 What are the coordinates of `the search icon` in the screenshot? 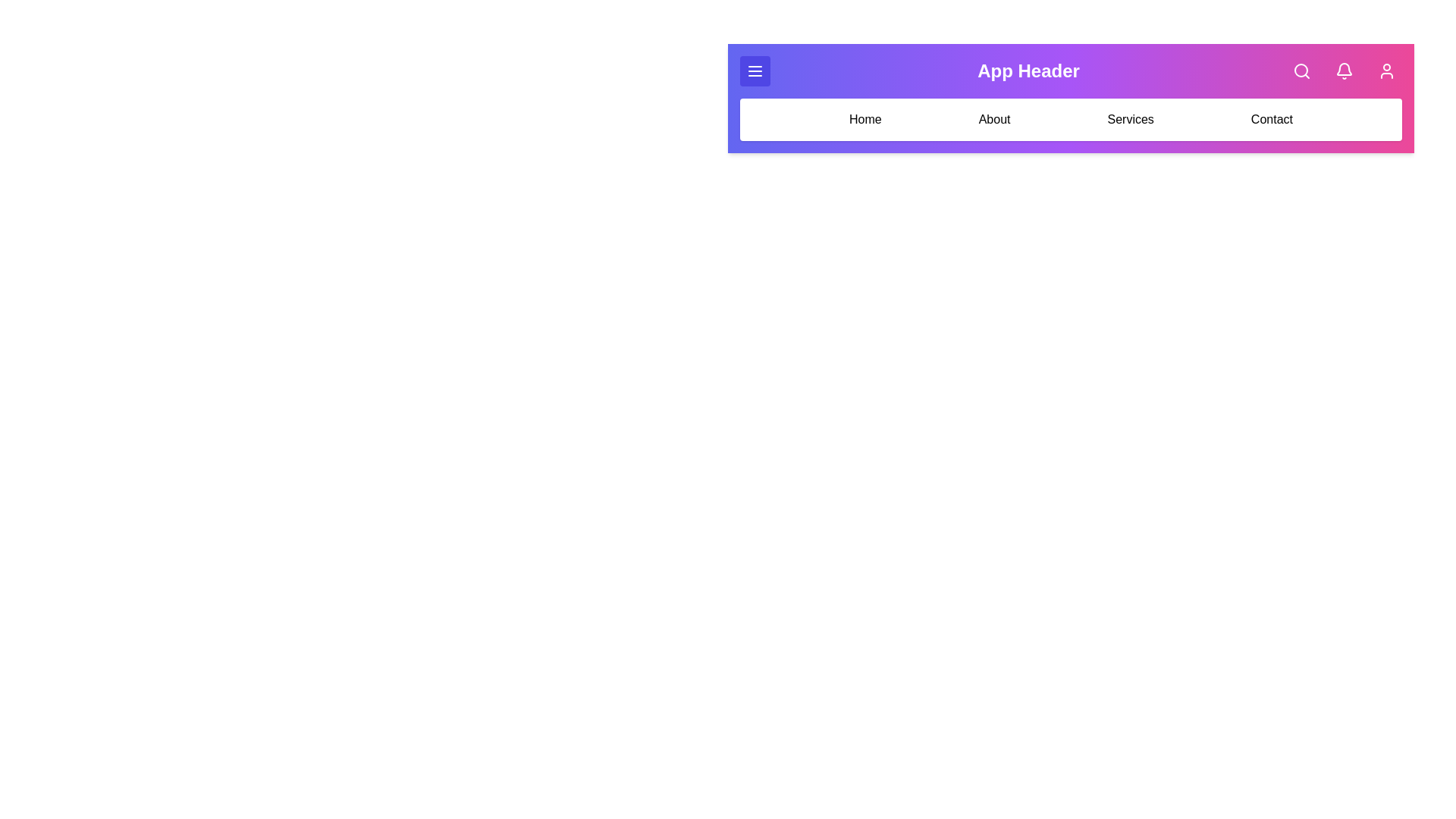 It's located at (1301, 71).